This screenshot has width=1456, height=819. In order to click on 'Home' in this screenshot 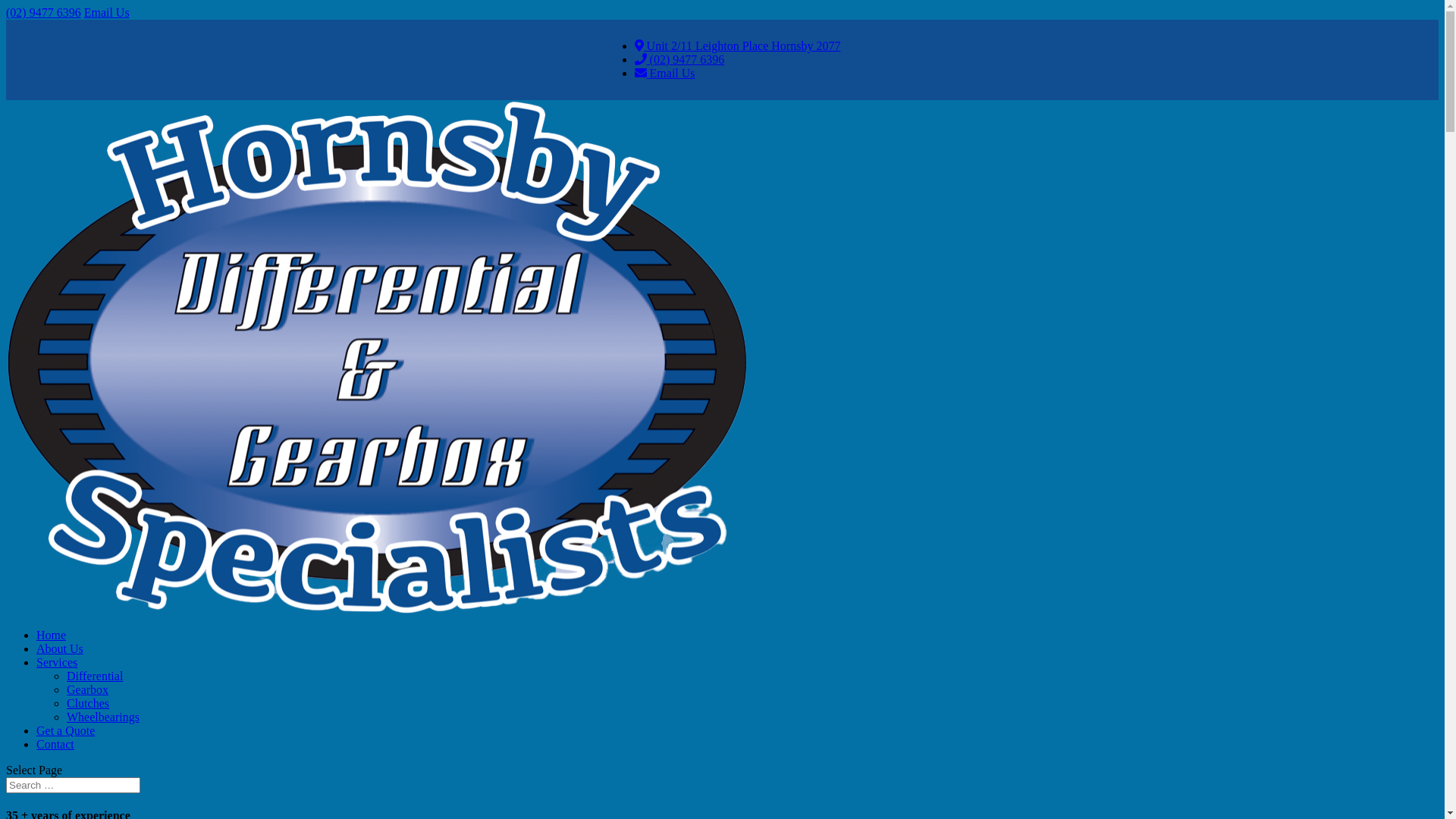, I will do `click(51, 635)`.